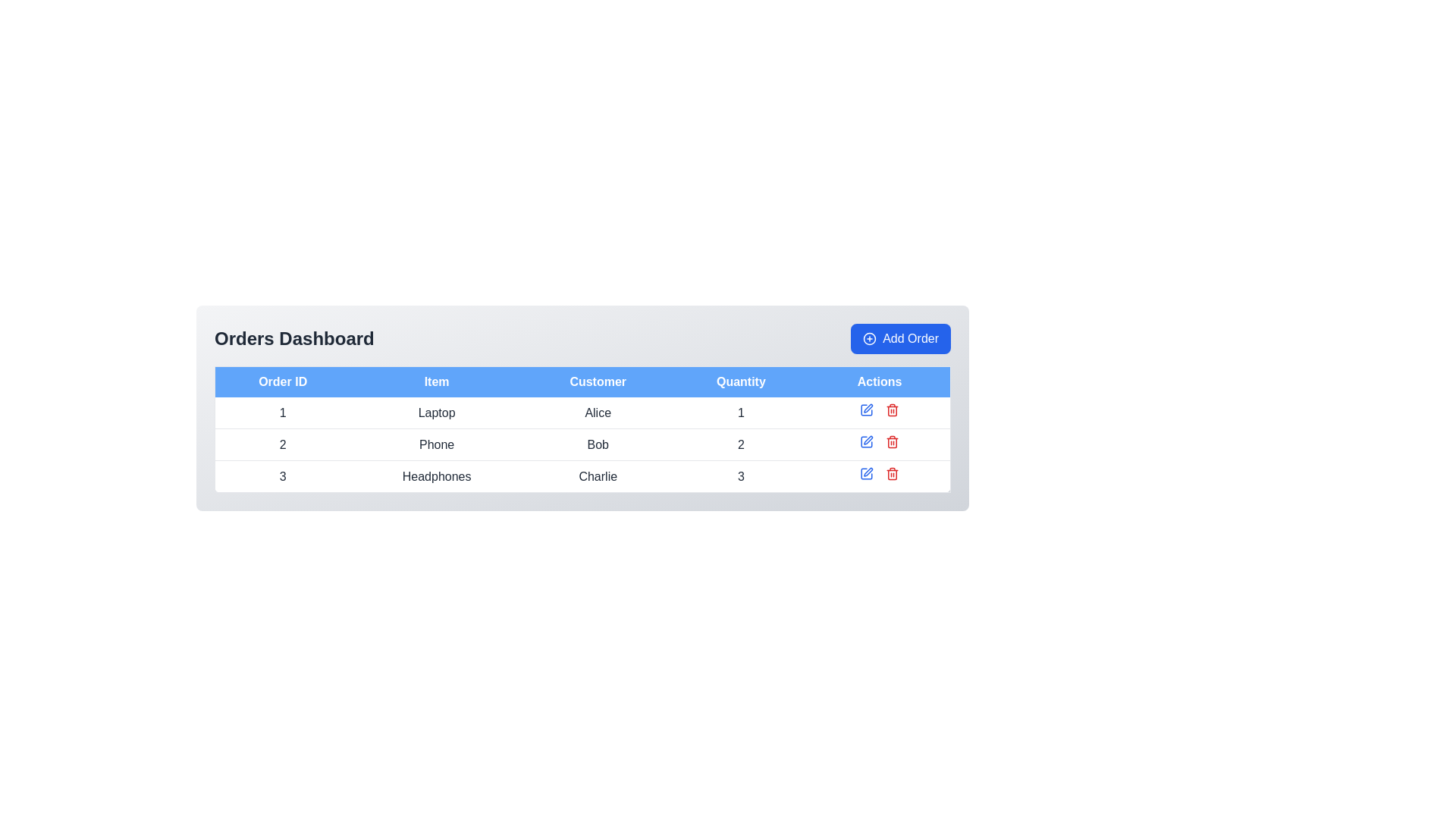 This screenshot has width=1456, height=819. I want to click on the blue pen icon button in the 'Actions' column of the table row for 'Phone' and 'Bob', so click(867, 409).